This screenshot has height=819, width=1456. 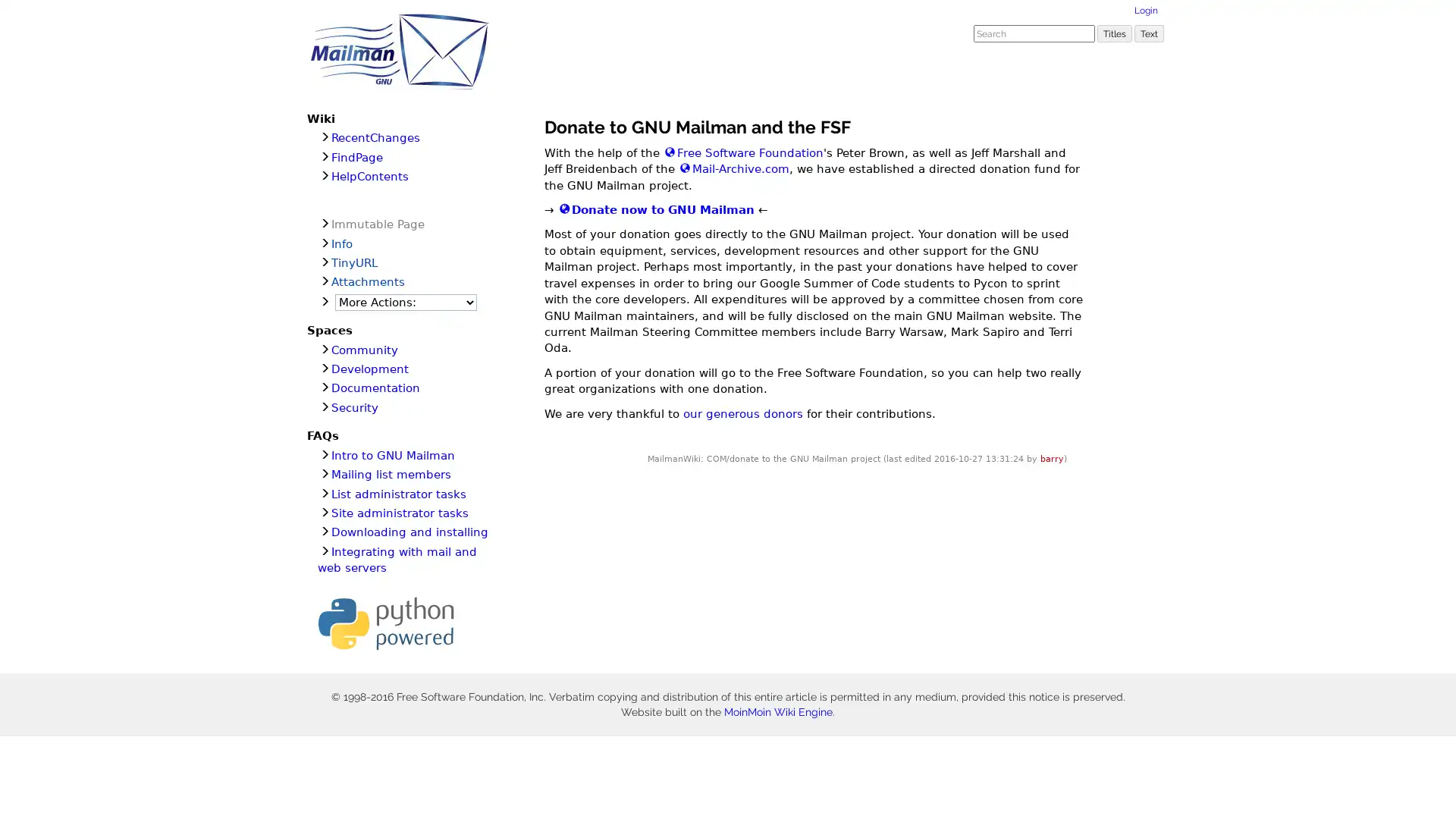 What do you see at coordinates (1149, 33) in the screenshot?
I see `Text` at bounding box center [1149, 33].